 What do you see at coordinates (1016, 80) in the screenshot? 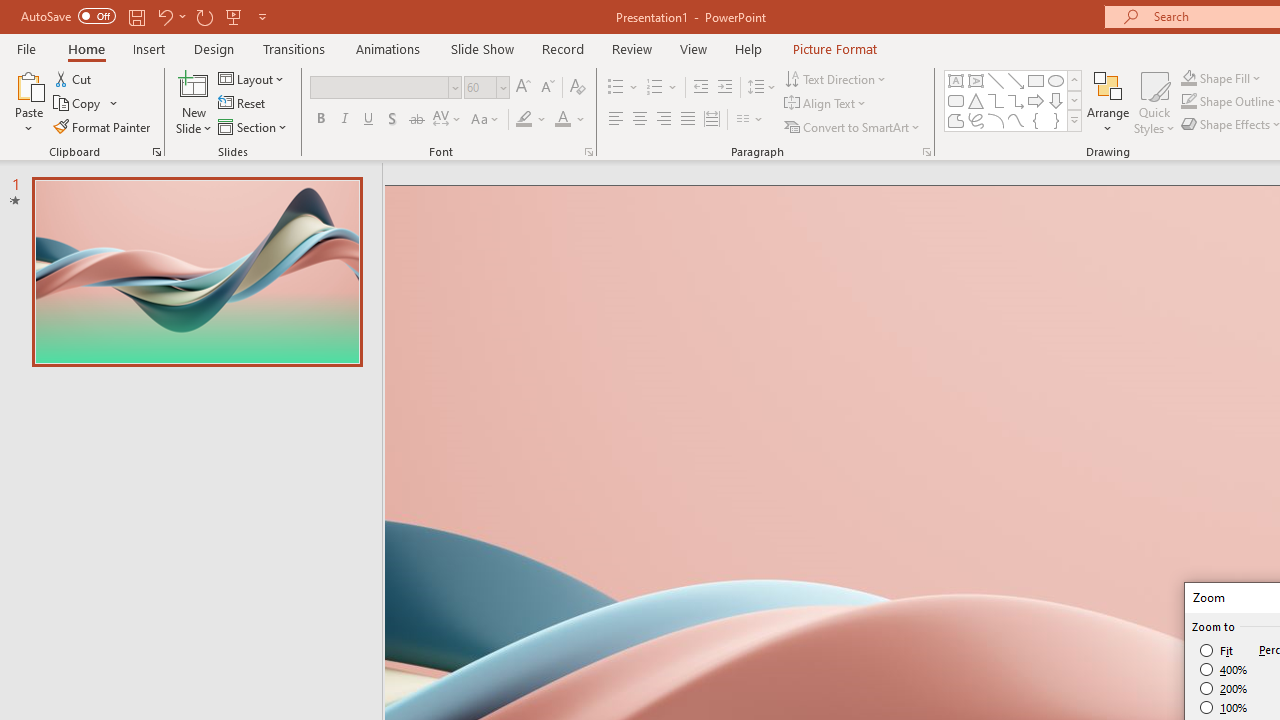
I see `'Line Arrow'` at bounding box center [1016, 80].